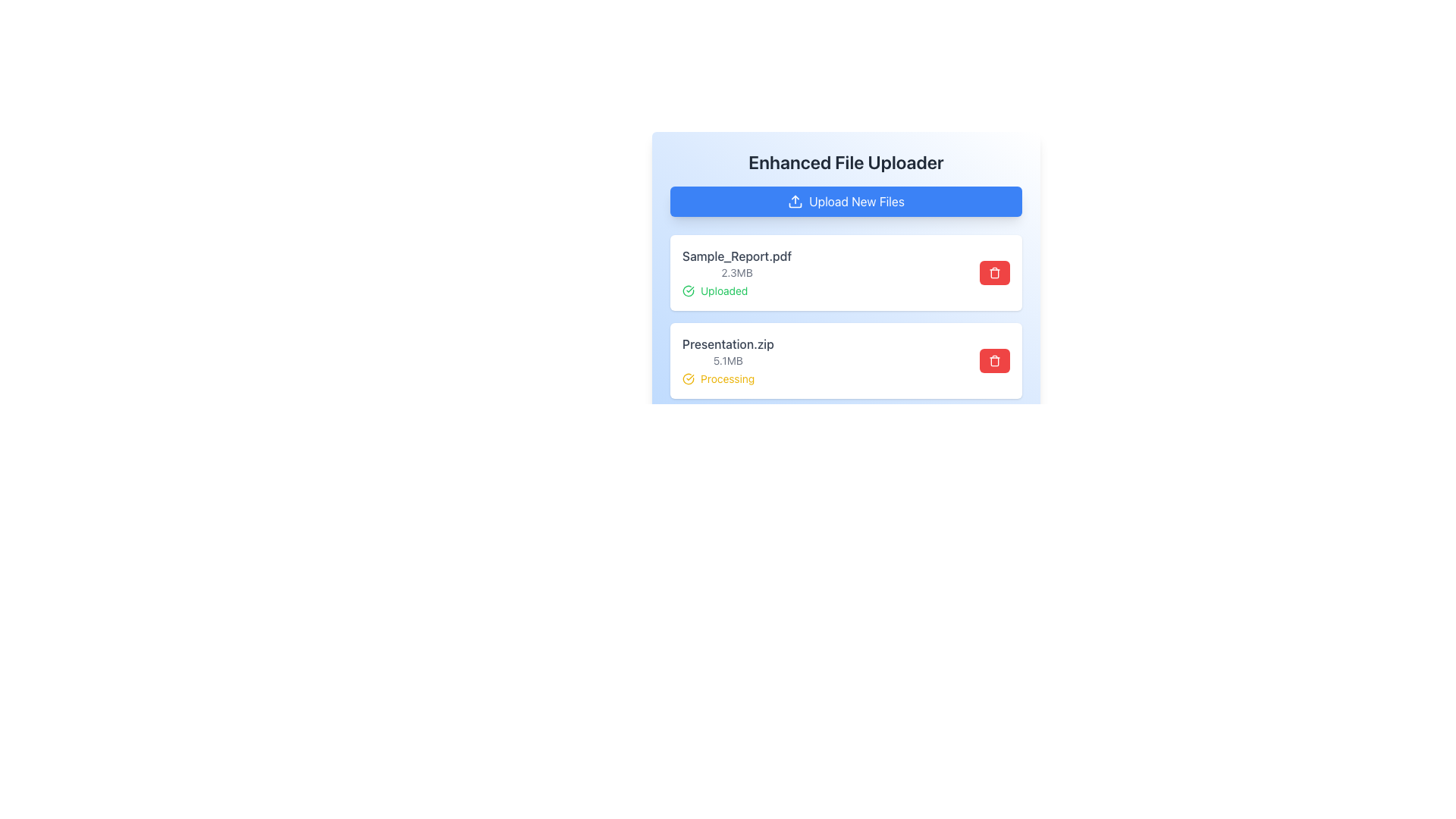  What do you see at coordinates (994, 271) in the screenshot?
I see `the trash bin icon within the delete button of the second file item in the vertical list under the 'Enhanced File Uploader' header` at bounding box center [994, 271].